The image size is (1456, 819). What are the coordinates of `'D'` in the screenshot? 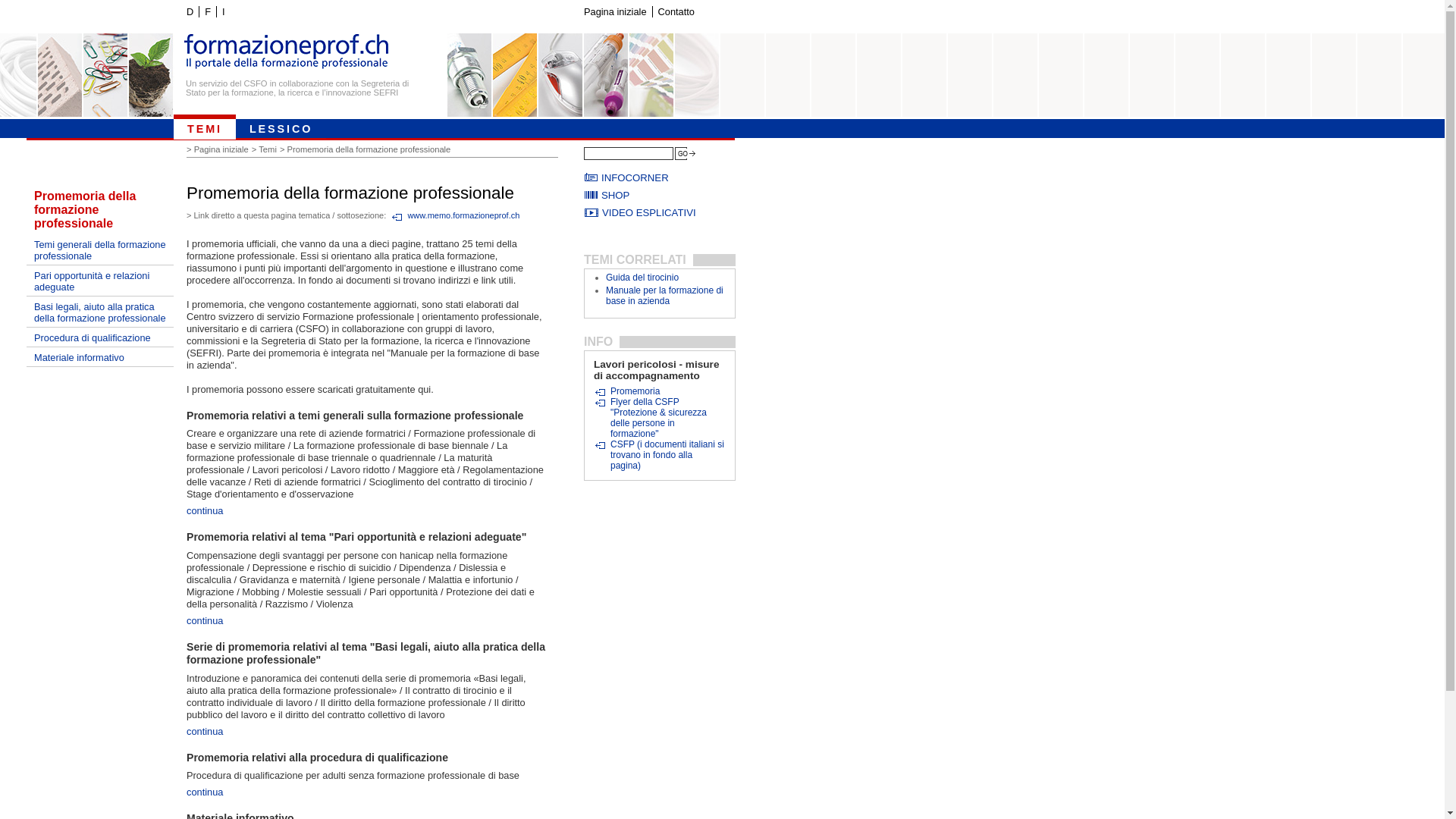 It's located at (180, 11).